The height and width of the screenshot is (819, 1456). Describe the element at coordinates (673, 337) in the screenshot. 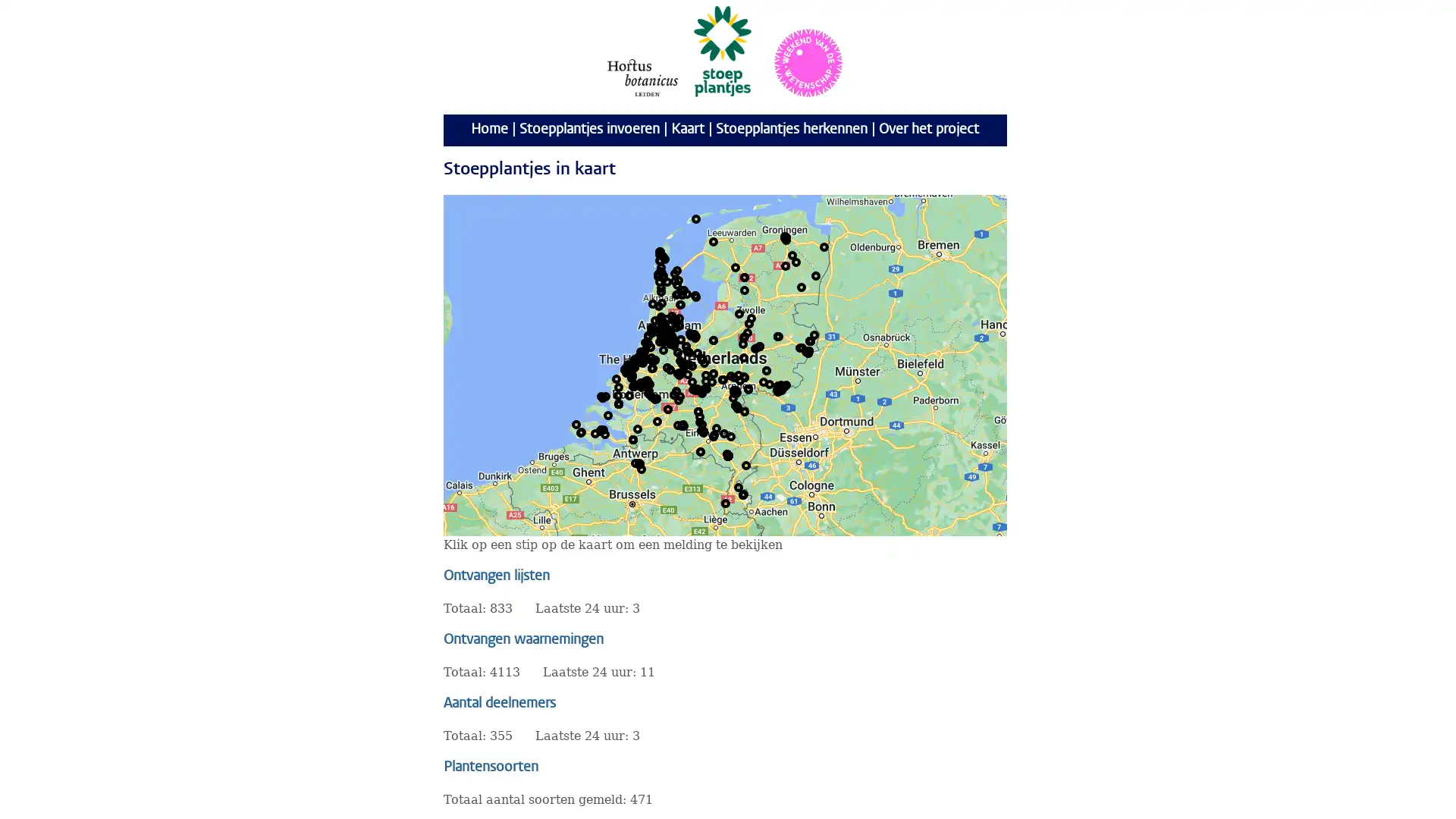

I see `Telling van yvonne op 22 oktober 2021` at that location.